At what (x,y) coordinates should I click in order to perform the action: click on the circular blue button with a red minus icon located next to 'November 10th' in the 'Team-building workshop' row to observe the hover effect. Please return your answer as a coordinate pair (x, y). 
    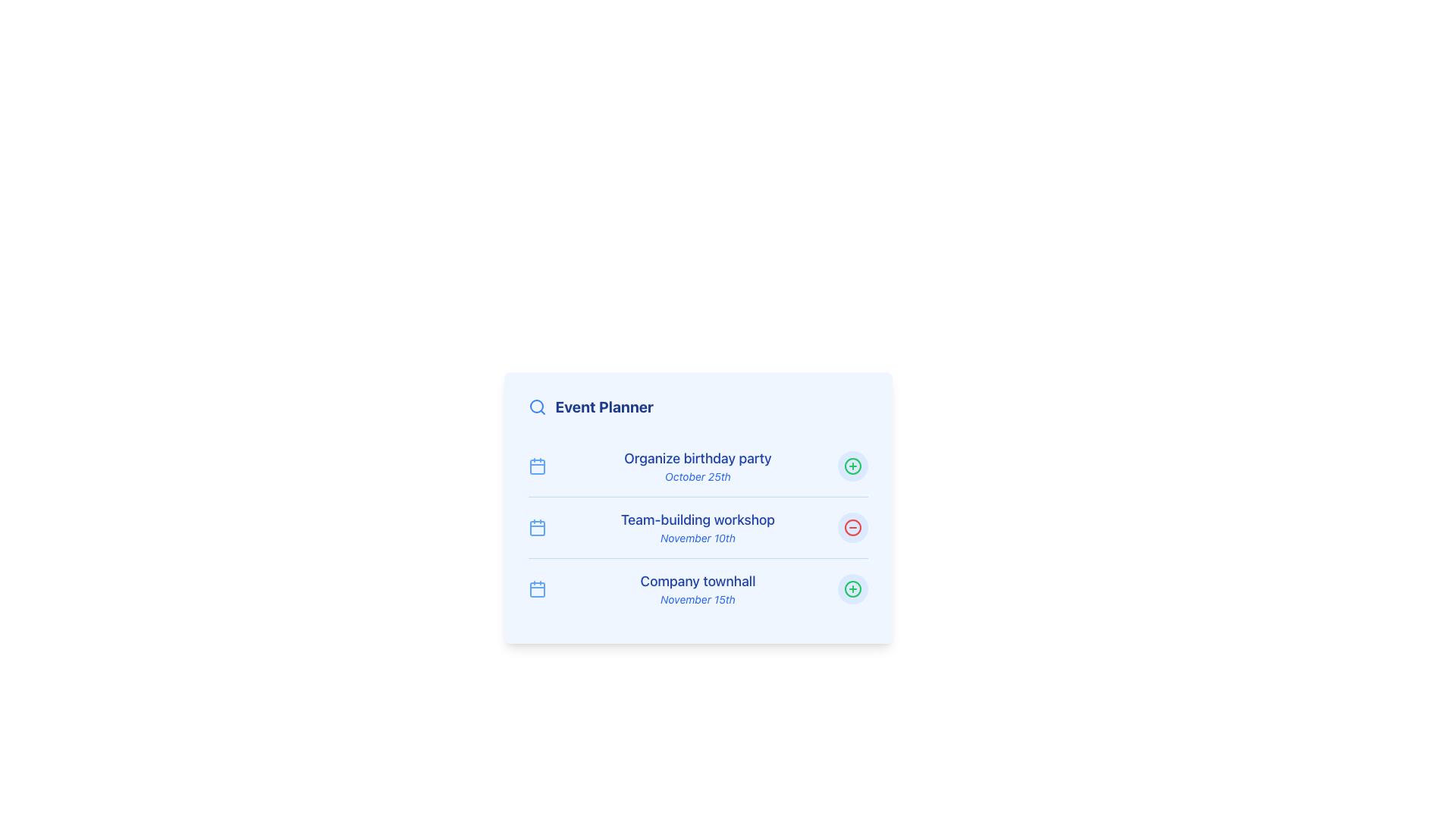
    Looking at the image, I should click on (852, 526).